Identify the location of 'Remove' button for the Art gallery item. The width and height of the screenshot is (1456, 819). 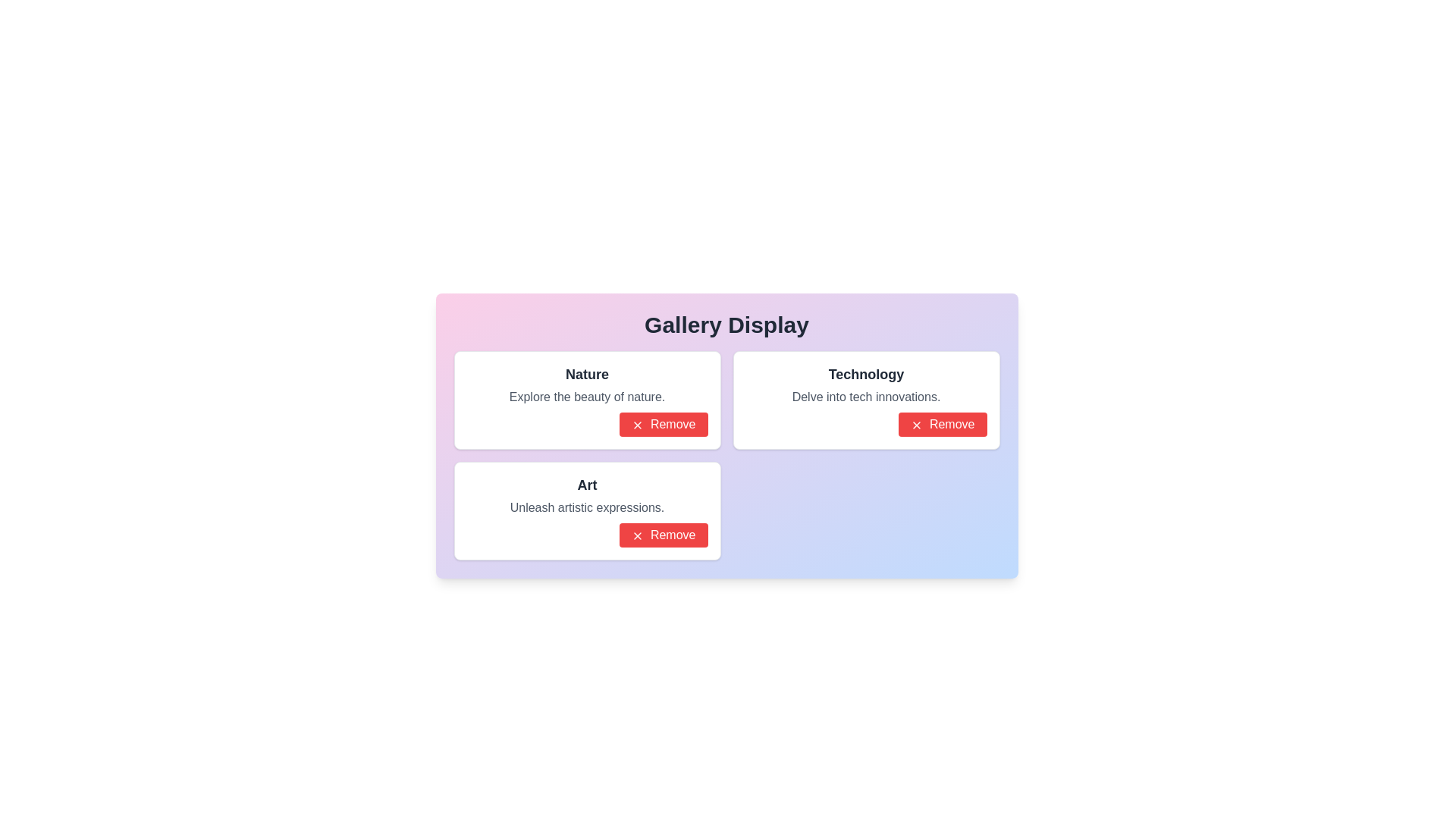
(664, 534).